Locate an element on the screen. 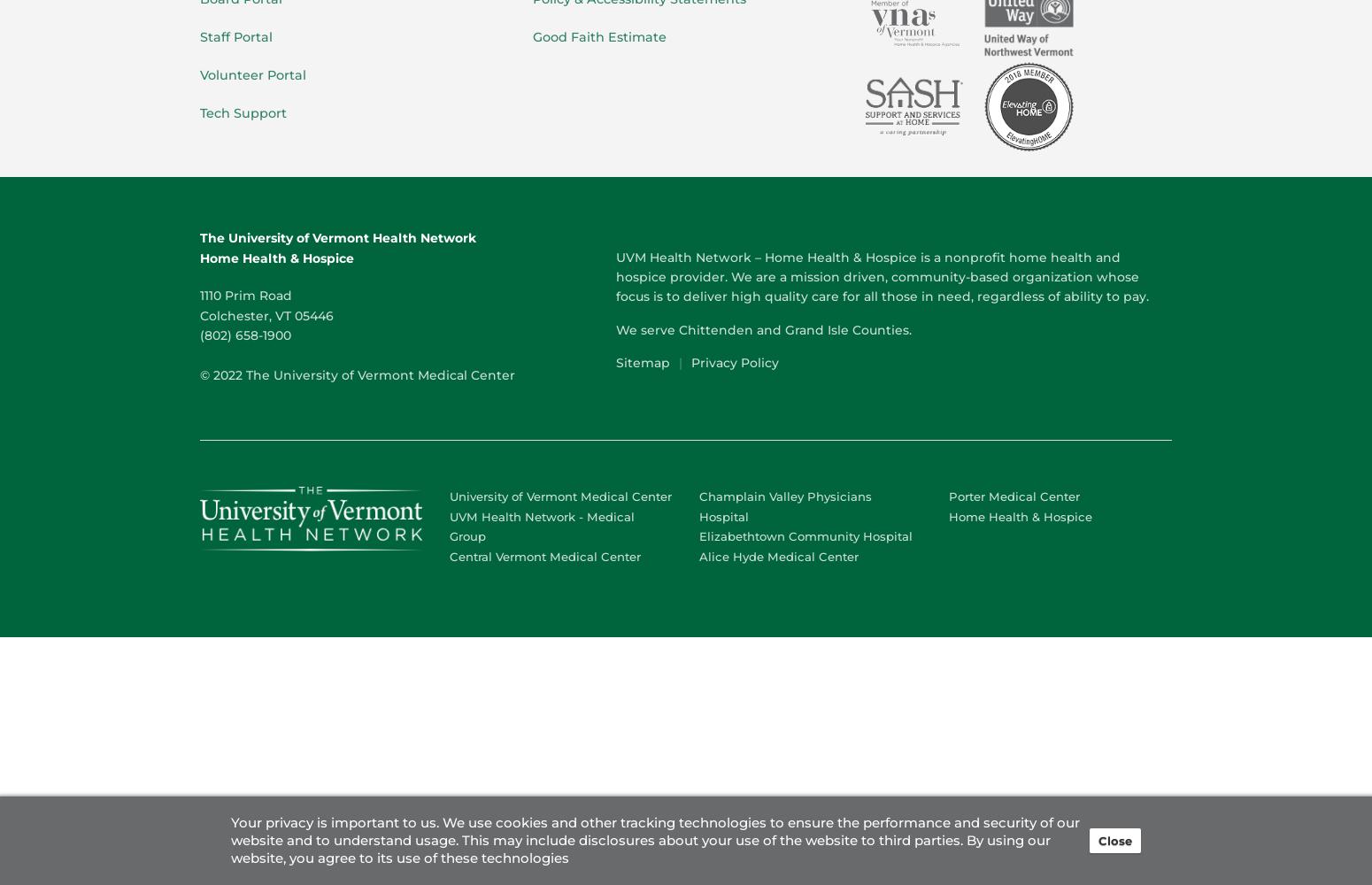 The image size is (1372, 885). '(802) 658-1900' is located at coordinates (245, 335).